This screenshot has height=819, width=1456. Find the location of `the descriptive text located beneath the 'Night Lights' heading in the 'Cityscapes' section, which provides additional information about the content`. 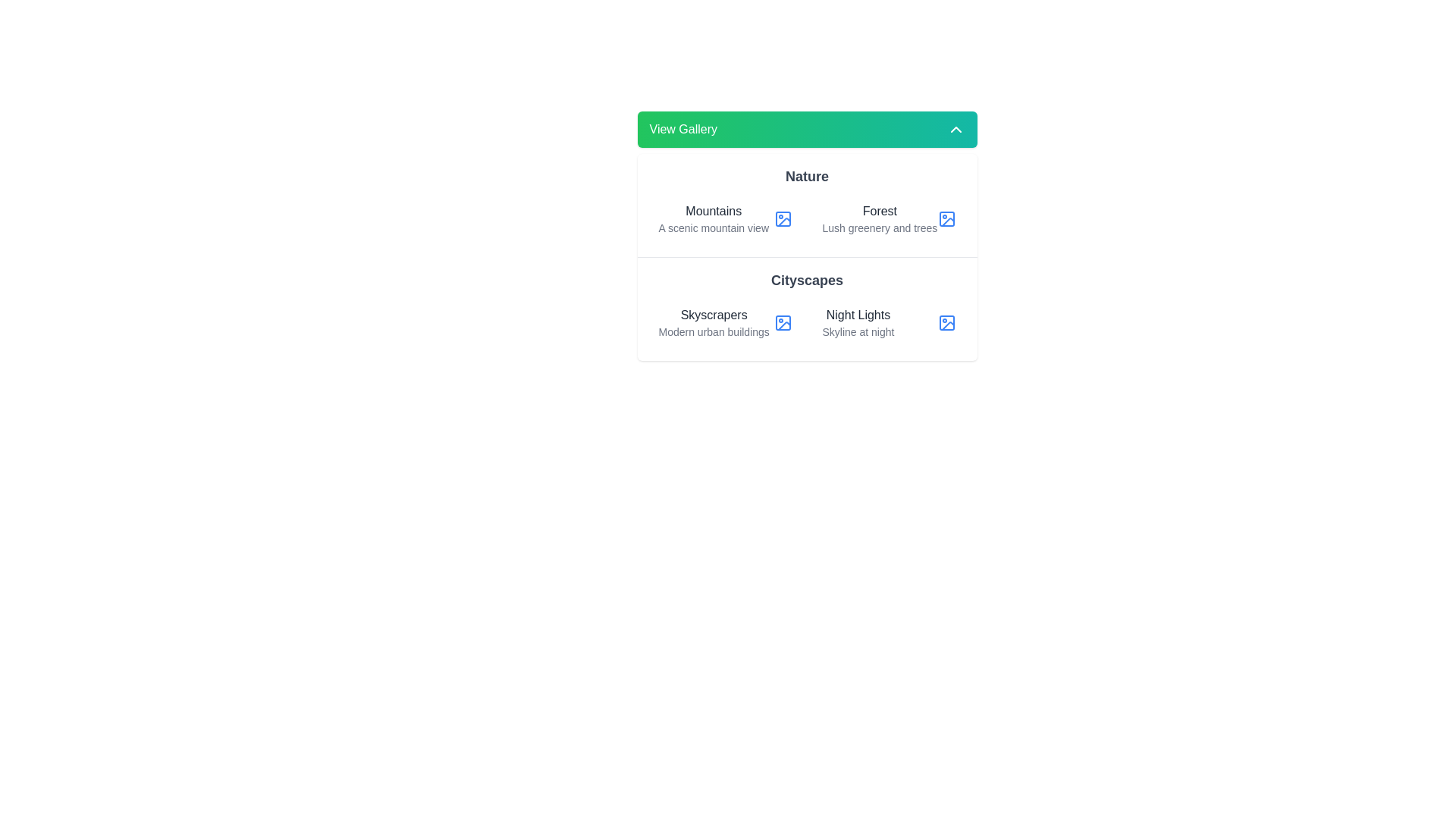

the descriptive text located beneath the 'Night Lights' heading in the 'Cityscapes' section, which provides additional information about the content is located at coordinates (858, 331).